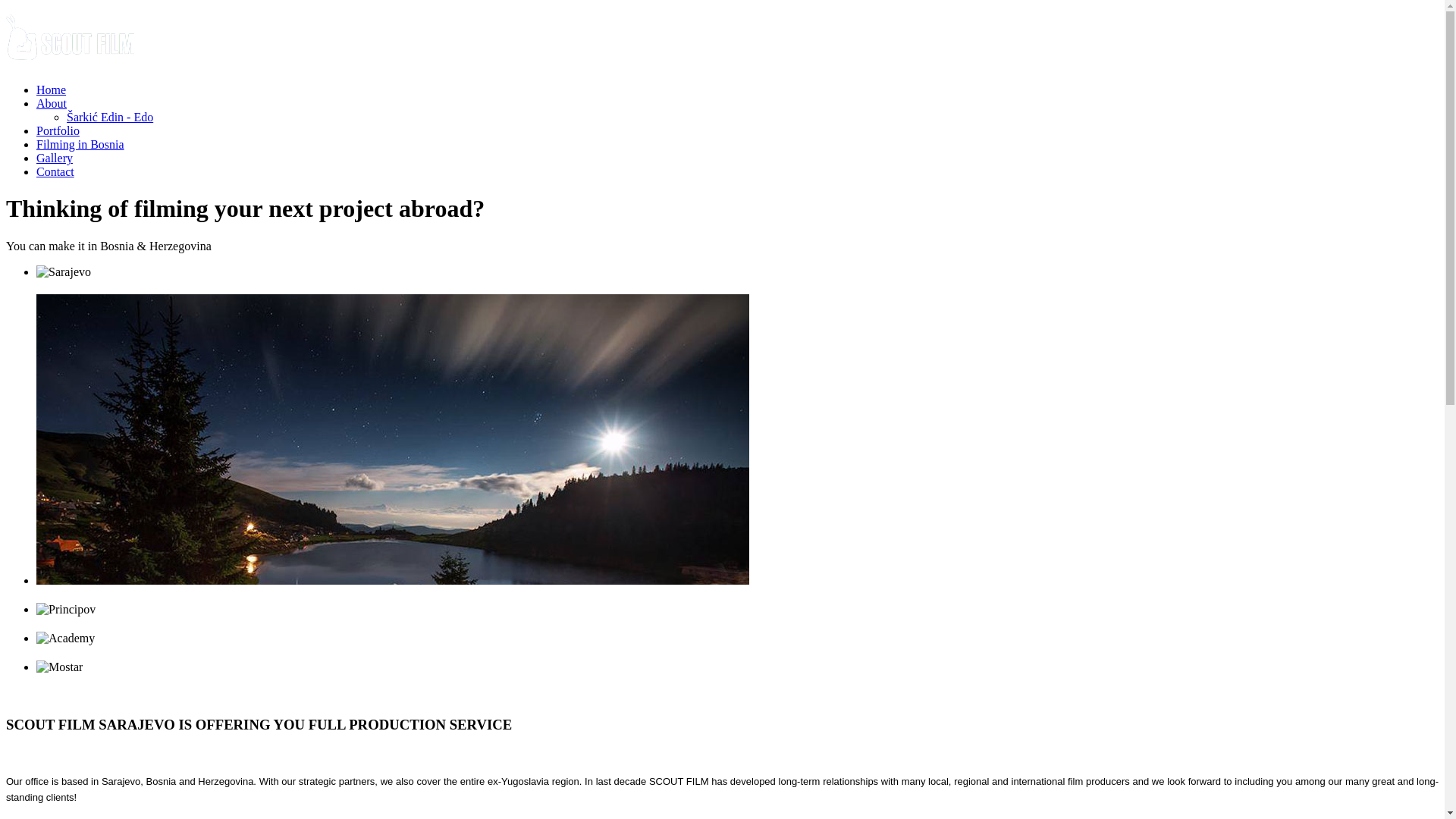 The width and height of the screenshot is (1456, 819). What do you see at coordinates (51, 102) in the screenshot?
I see `'About'` at bounding box center [51, 102].